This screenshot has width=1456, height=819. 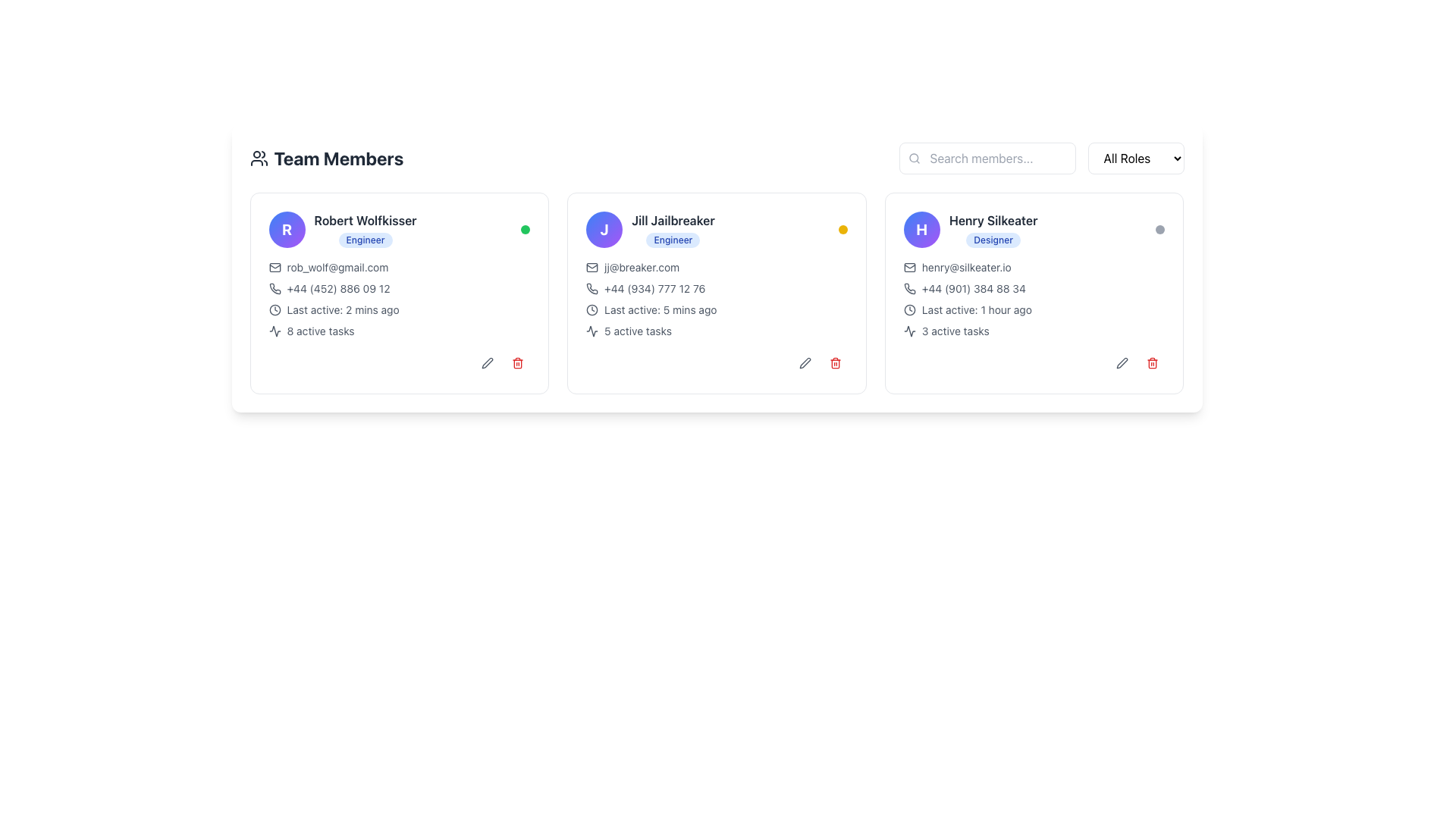 What do you see at coordinates (993, 239) in the screenshot?
I see `text on the rounded badge with a light blue background and dark blue text that says 'Designer', located in the right-most user information card below the name 'Henry Silkeater'` at bounding box center [993, 239].